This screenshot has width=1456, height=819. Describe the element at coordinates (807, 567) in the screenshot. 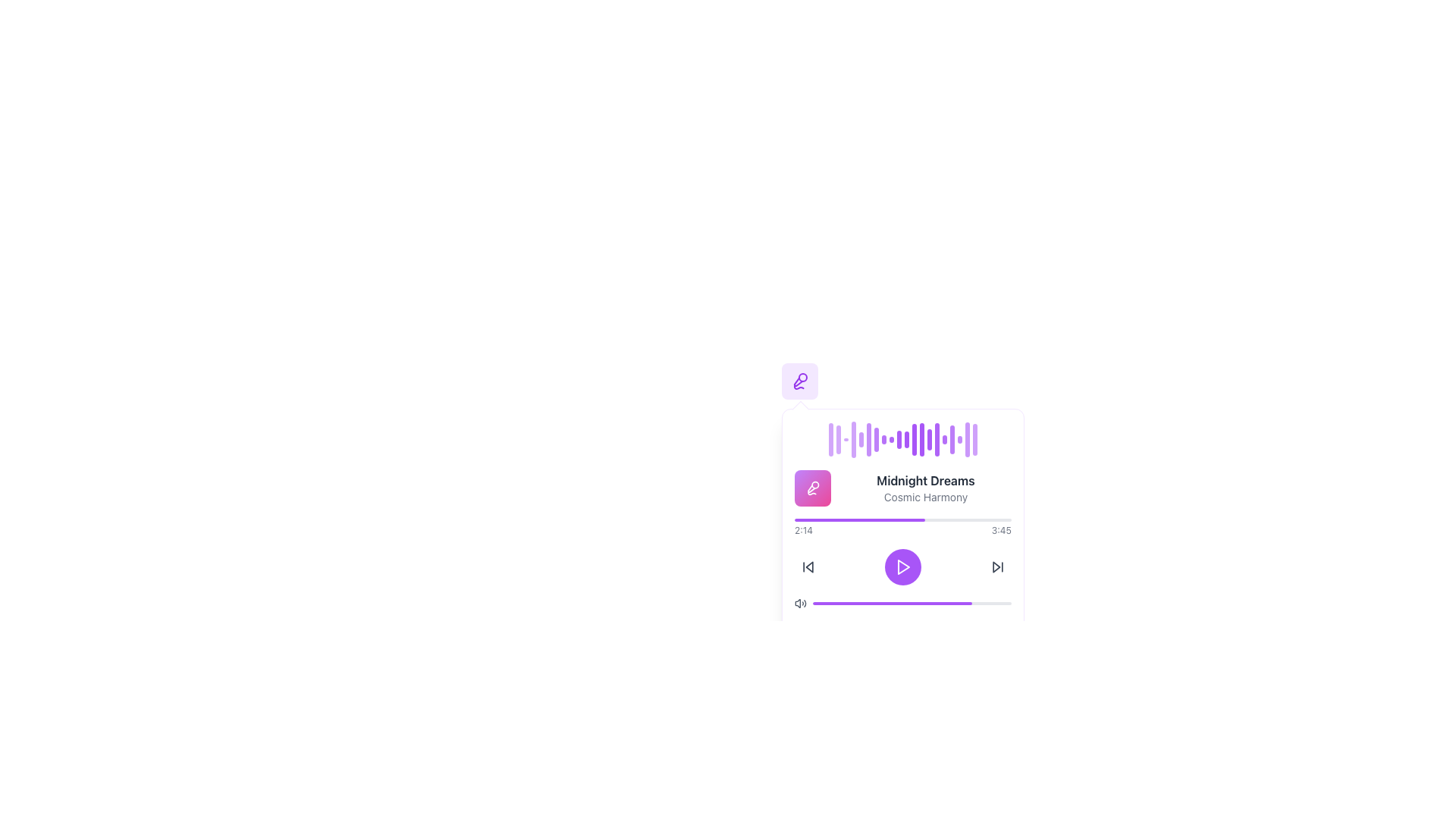

I see `the skip-backward button, which is represented by a gray triangular play symbol pointing leftwards, located in the media player controls to the left of the central play button` at that location.